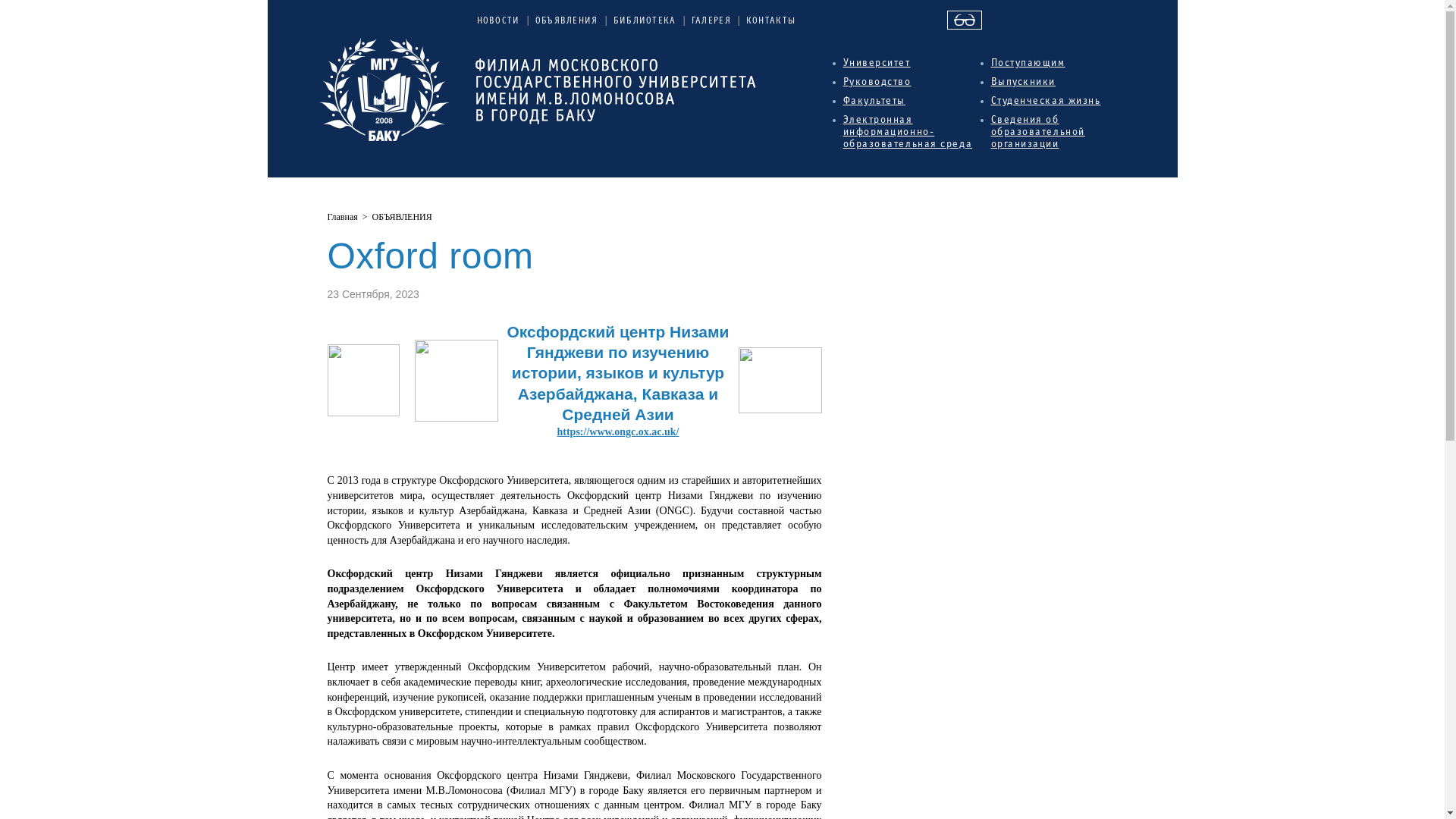  I want to click on 'https://www.ongc.ox.ac.uk/', so click(617, 431).